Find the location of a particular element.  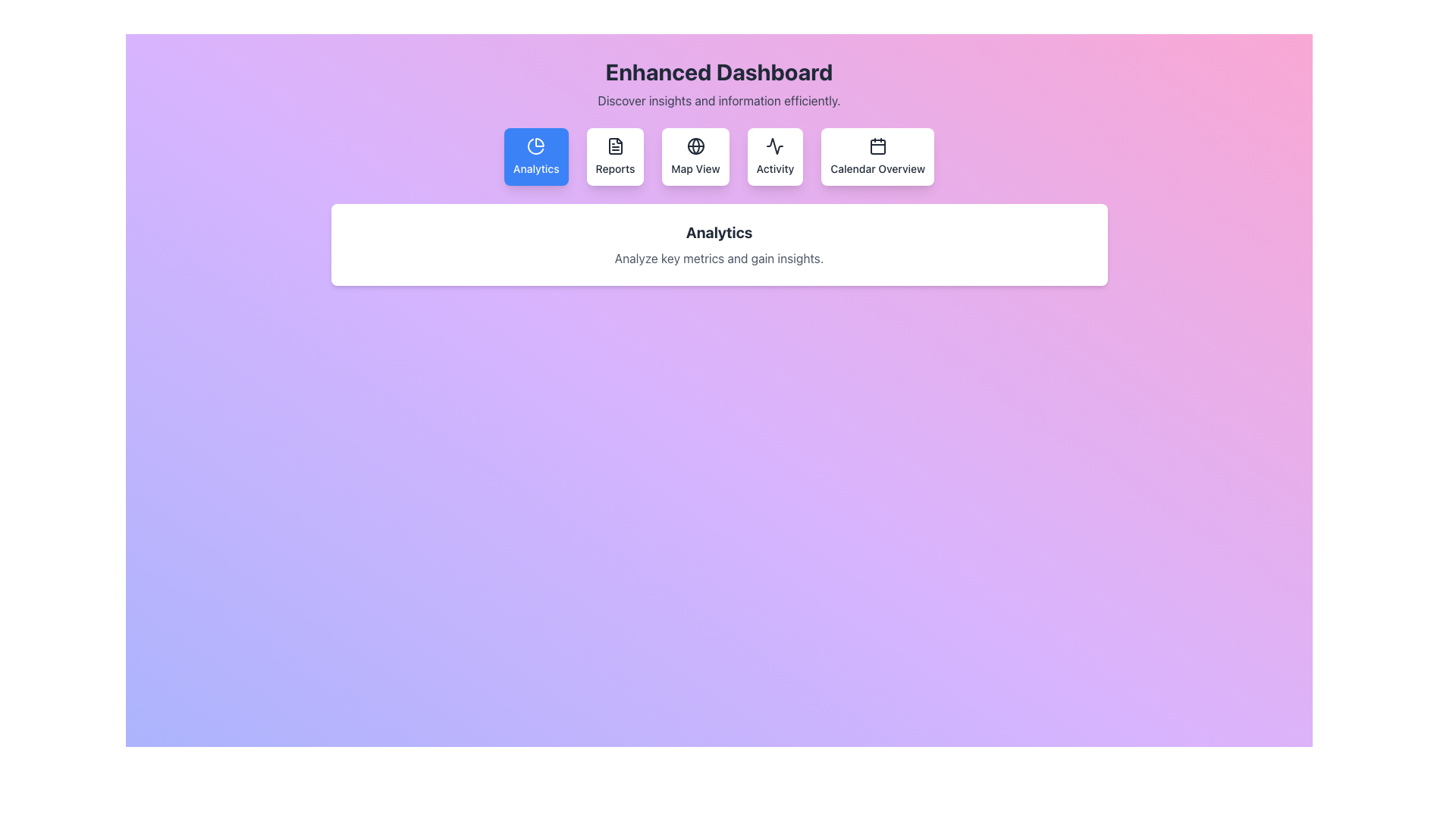

the static text that reads 'Analyze key metrics and gain insights.' located below the title 'Analytics' within a white rectangular card is located at coordinates (718, 257).